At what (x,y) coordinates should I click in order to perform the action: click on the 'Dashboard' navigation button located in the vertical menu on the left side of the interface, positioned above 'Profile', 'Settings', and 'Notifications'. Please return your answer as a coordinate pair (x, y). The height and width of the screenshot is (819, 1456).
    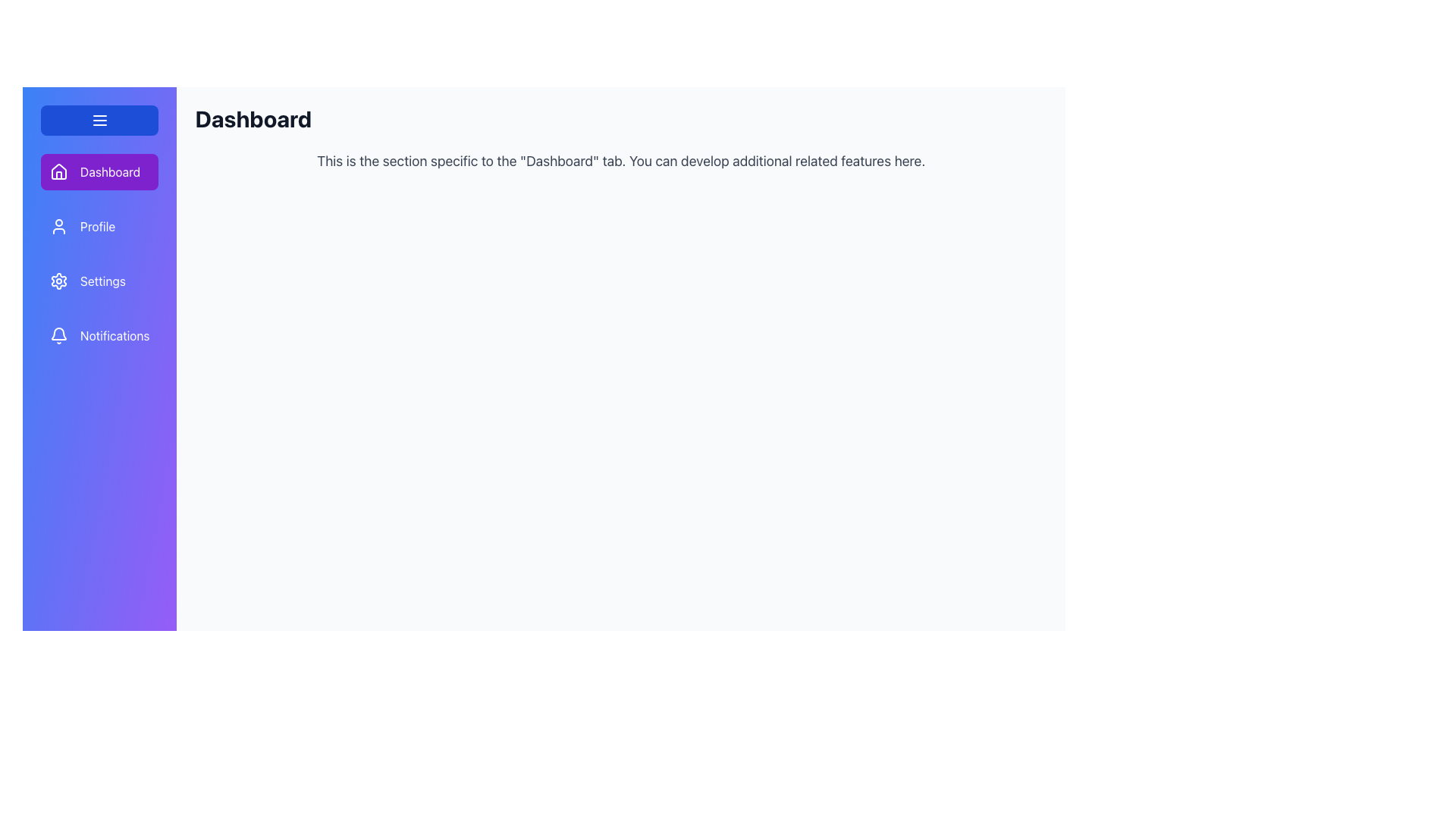
    Looking at the image, I should click on (99, 171).